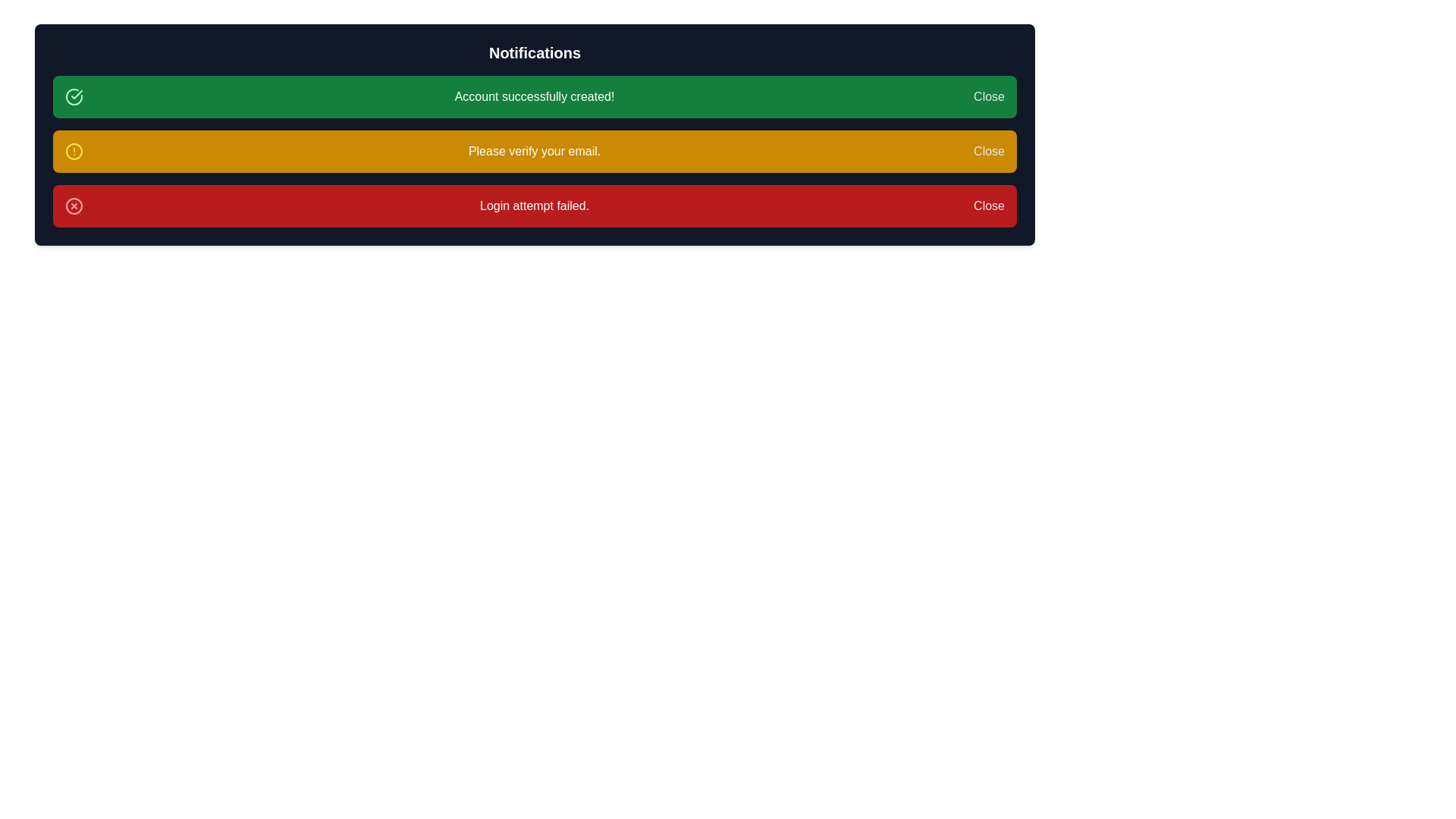  I want to click on the 'Close' button located on the far right side of the notification panel, so click(989, 152).